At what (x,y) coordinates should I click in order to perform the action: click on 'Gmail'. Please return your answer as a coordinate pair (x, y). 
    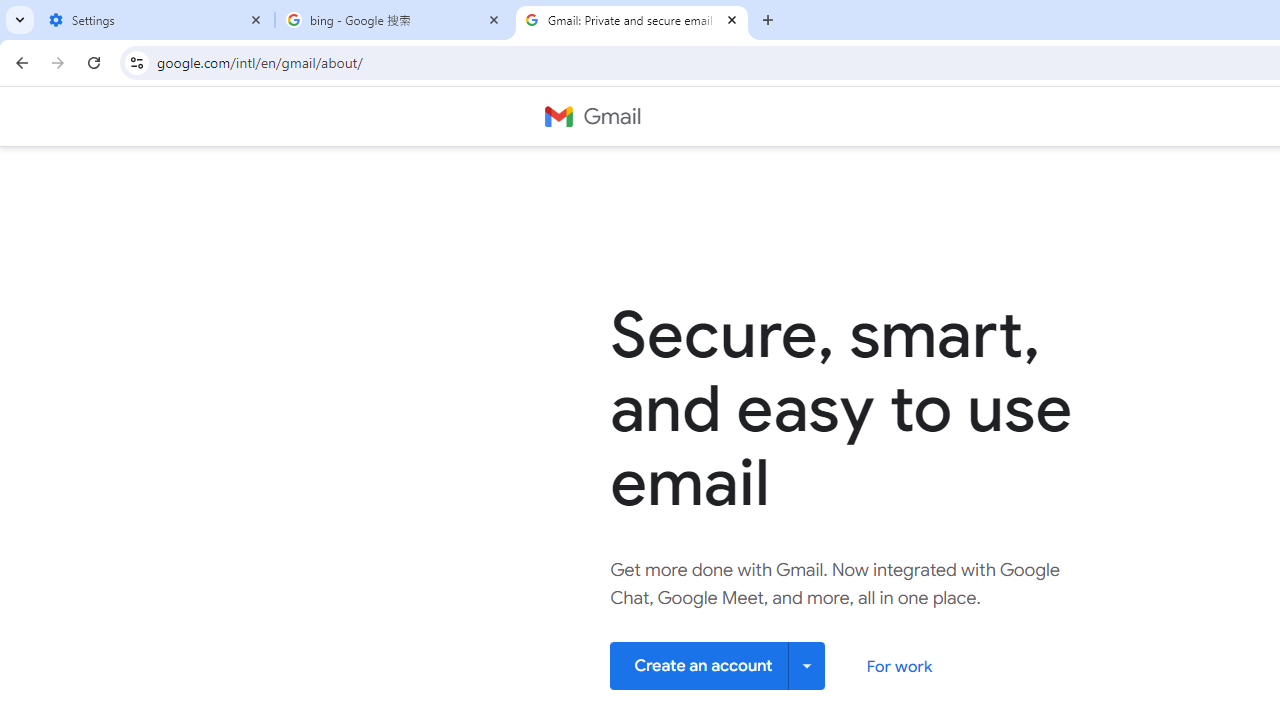
    Looking at the image, I should click on (591, 117).